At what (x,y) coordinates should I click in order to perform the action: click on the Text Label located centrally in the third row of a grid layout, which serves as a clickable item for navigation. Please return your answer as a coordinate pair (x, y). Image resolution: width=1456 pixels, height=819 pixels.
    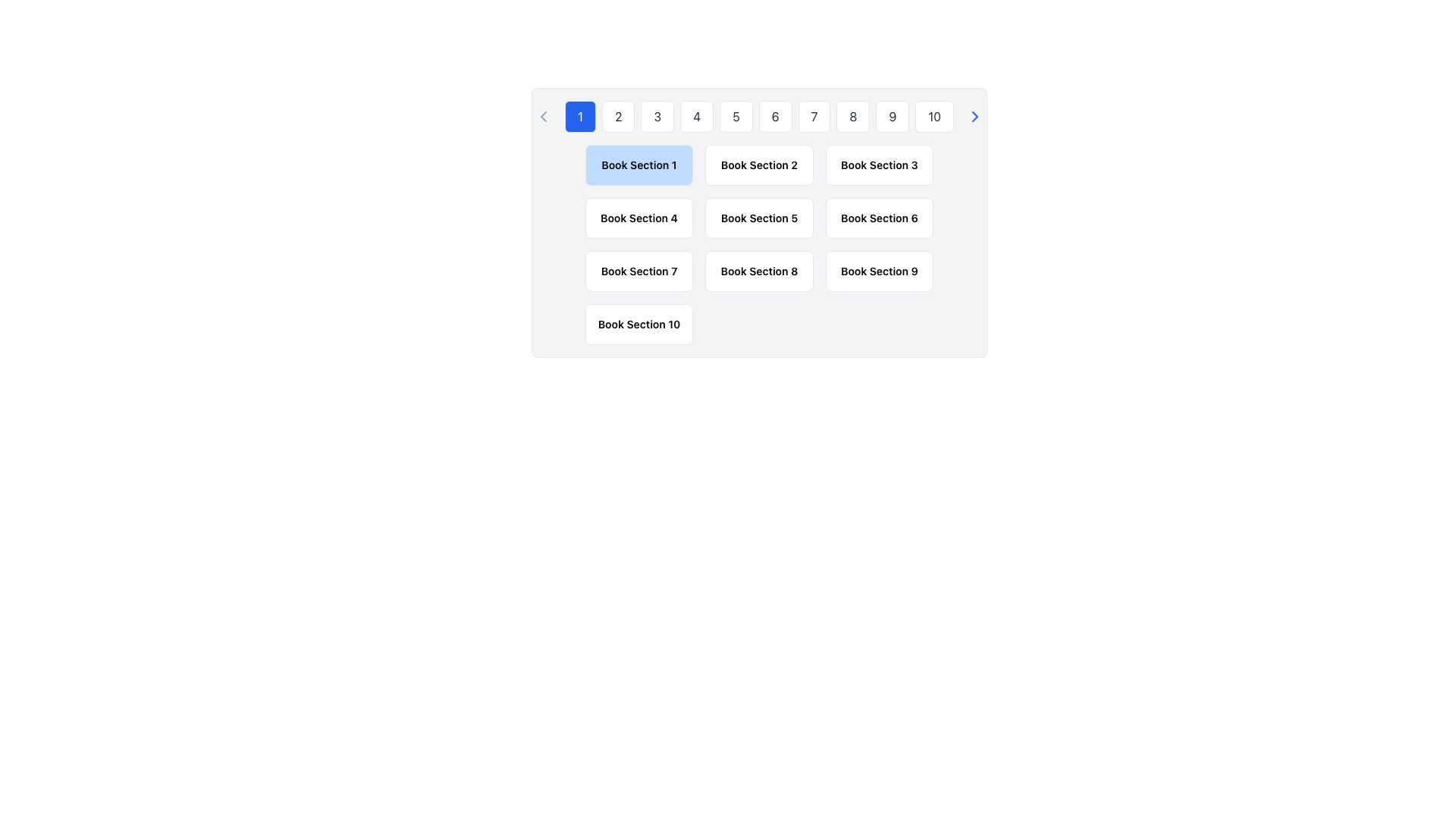
    Looking at the image, I should click on (879, 218).